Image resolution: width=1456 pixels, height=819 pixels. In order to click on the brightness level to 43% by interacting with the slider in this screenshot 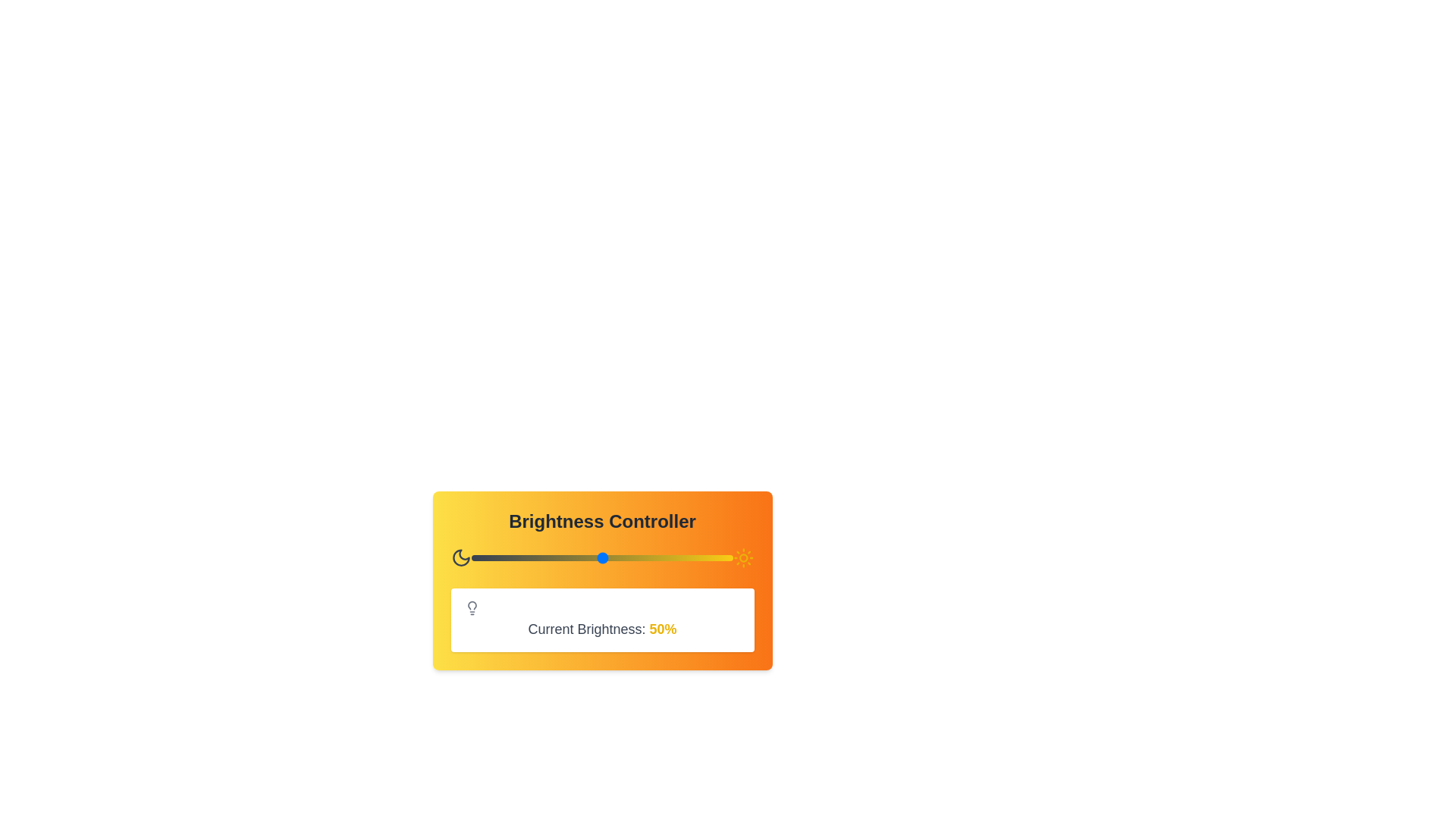, I will do `click(583, 558)`.